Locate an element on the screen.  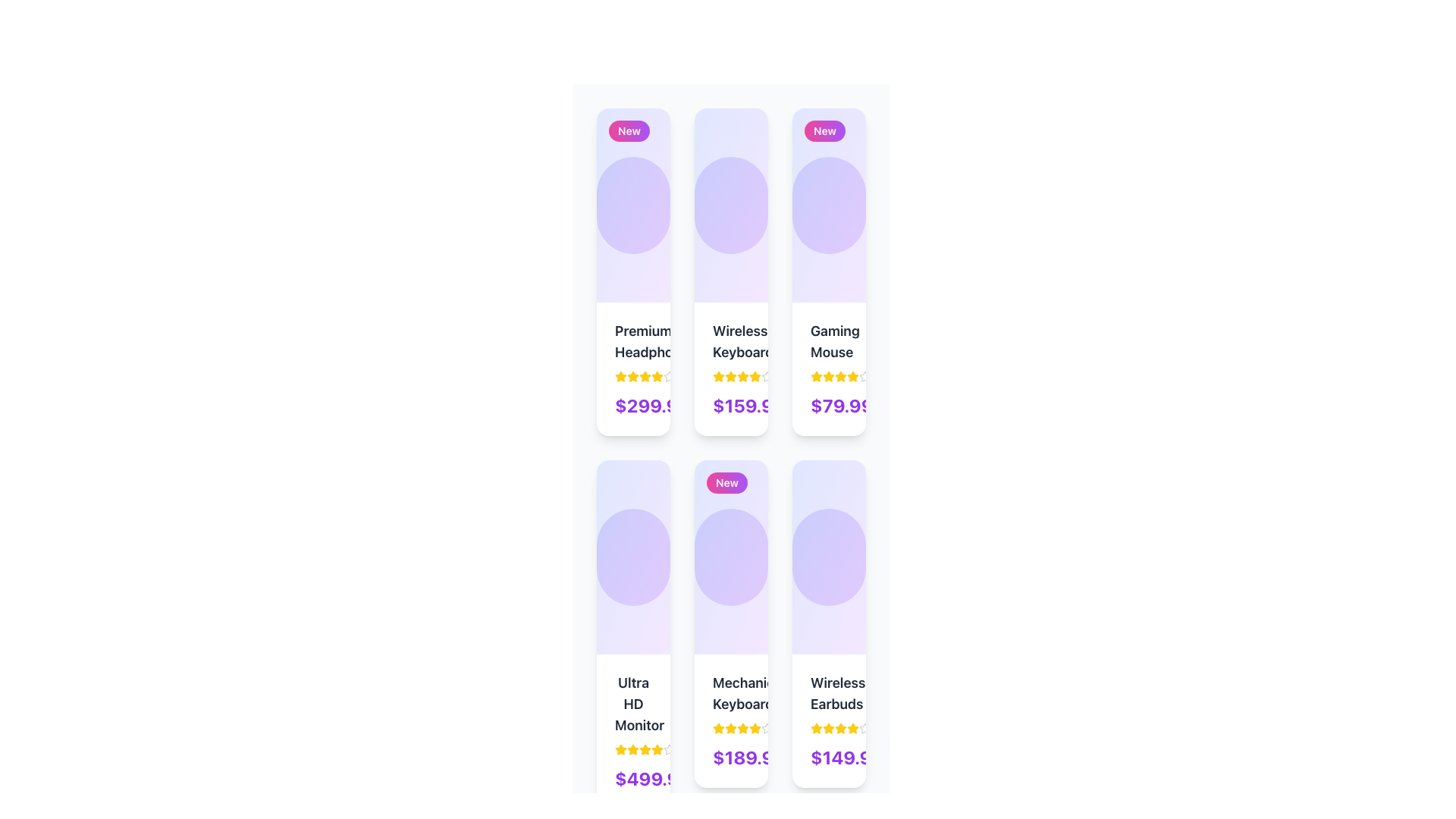
the sixth star icon in the rating row of the 'Mechanical Keyboard' product card, which is filled with yellow and outlined in a darker yellow shade is located at coordinates (755, 727).